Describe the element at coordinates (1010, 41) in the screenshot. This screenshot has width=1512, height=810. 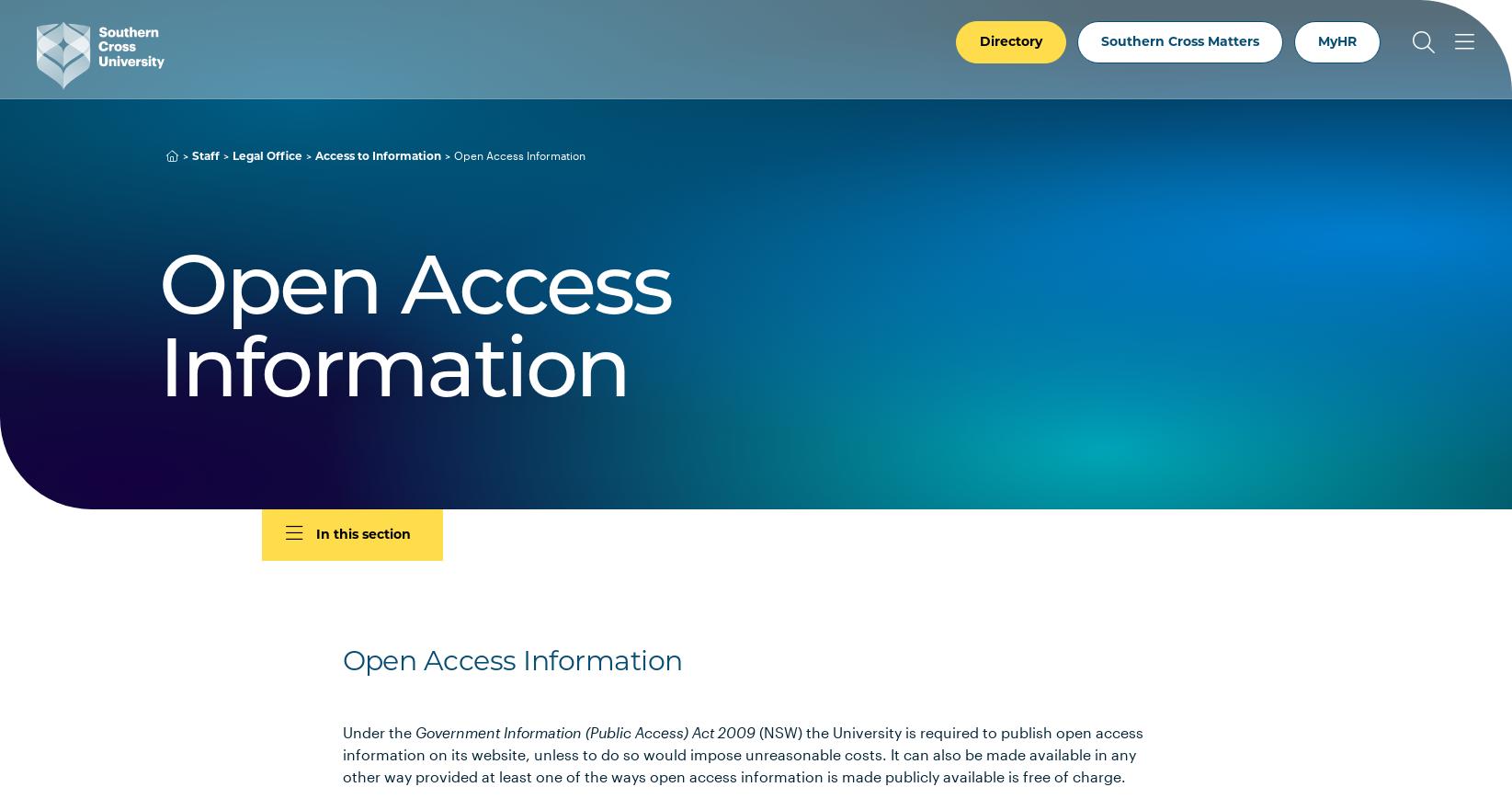
I see `'Directory'` at that location.